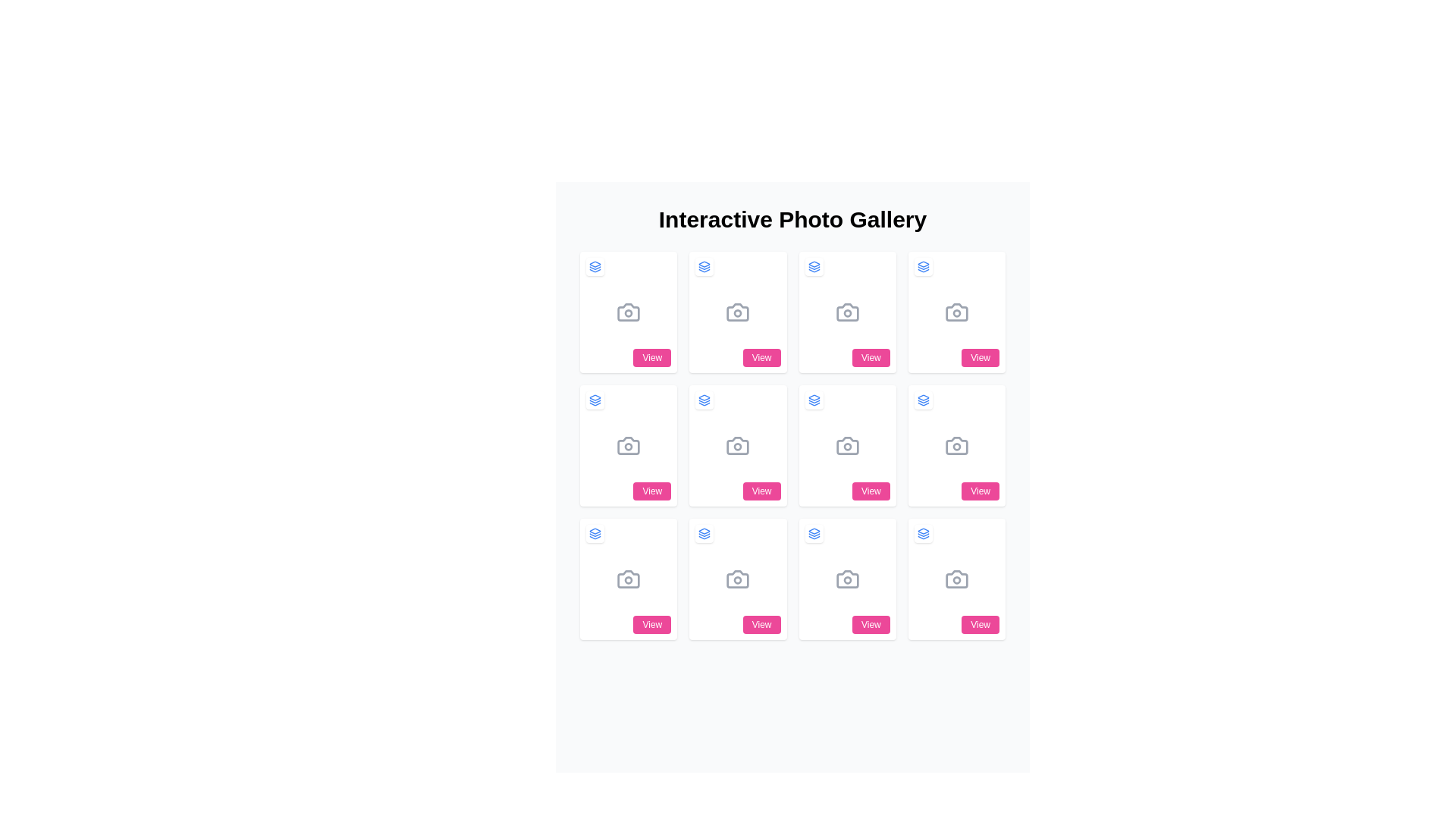 The width and height of the screenshot is (1456, 819). I want to click on the card with a camera icon and a pink 'View' button, so click(955, 579).